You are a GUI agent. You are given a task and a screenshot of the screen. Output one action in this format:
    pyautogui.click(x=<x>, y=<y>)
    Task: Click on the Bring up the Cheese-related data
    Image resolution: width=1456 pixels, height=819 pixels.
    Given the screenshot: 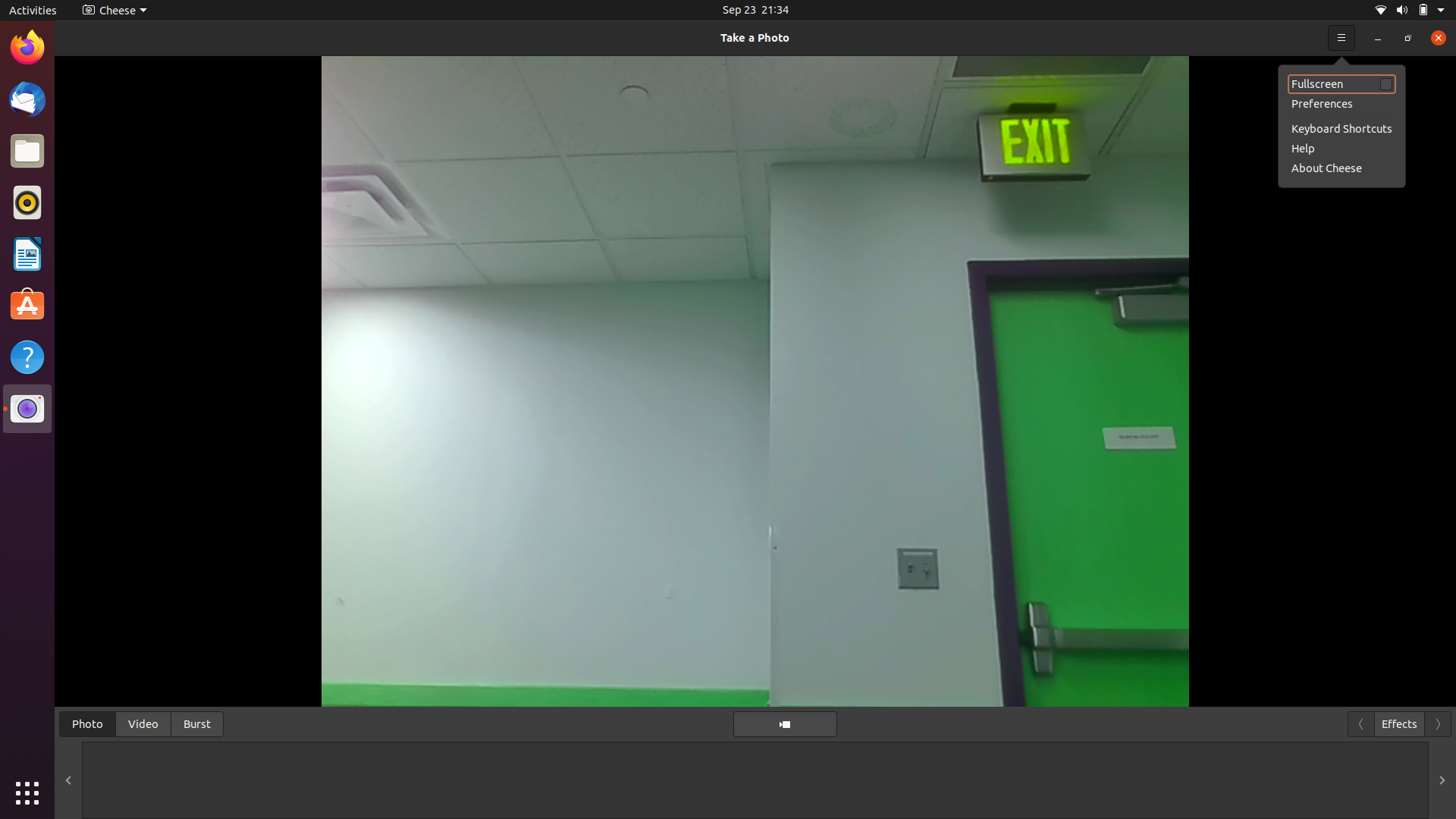 What is the action you would take?
    pyautogui.click(x=1433, y=36)
    